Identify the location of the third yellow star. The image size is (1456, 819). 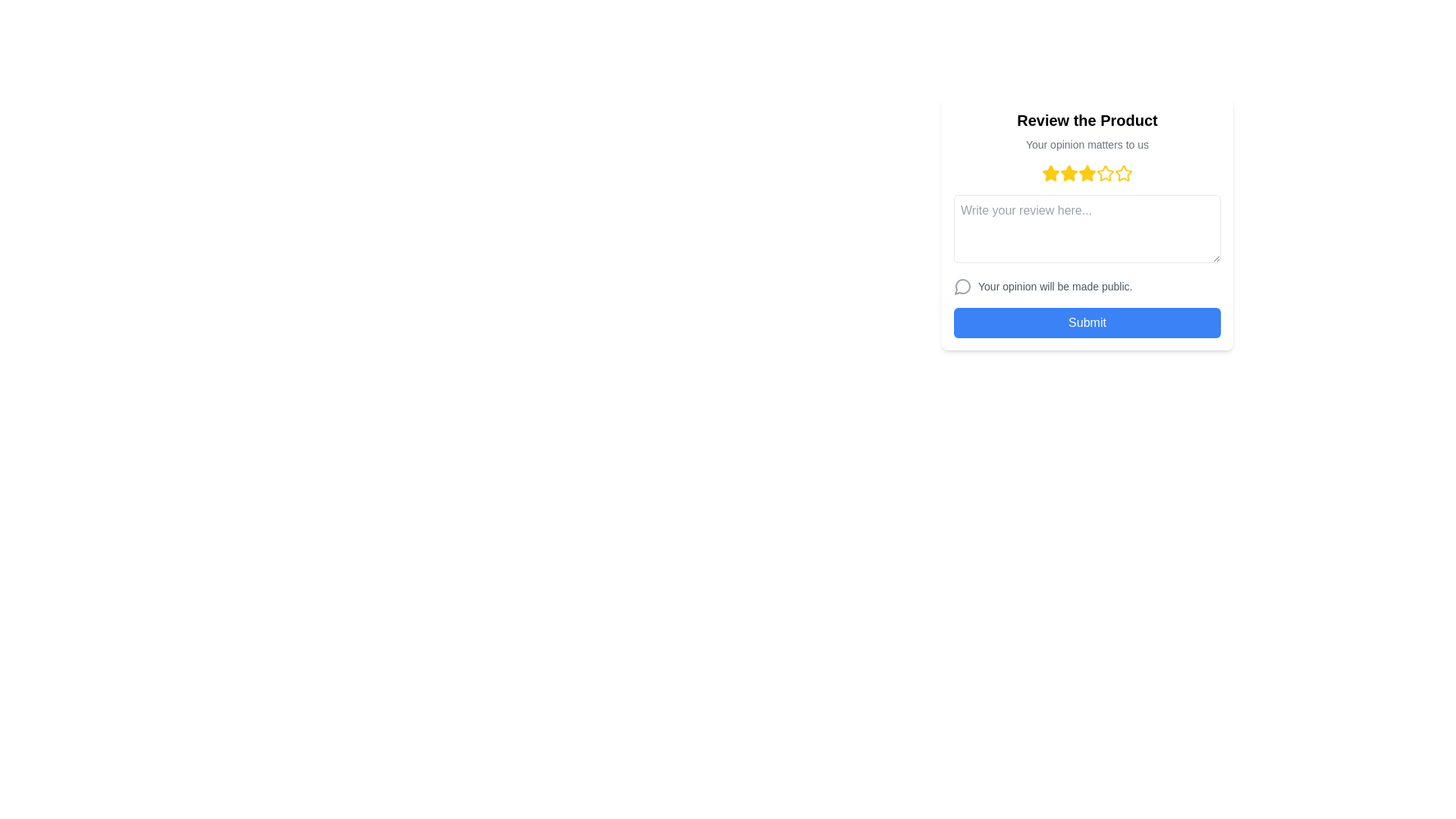
(1087, 172).